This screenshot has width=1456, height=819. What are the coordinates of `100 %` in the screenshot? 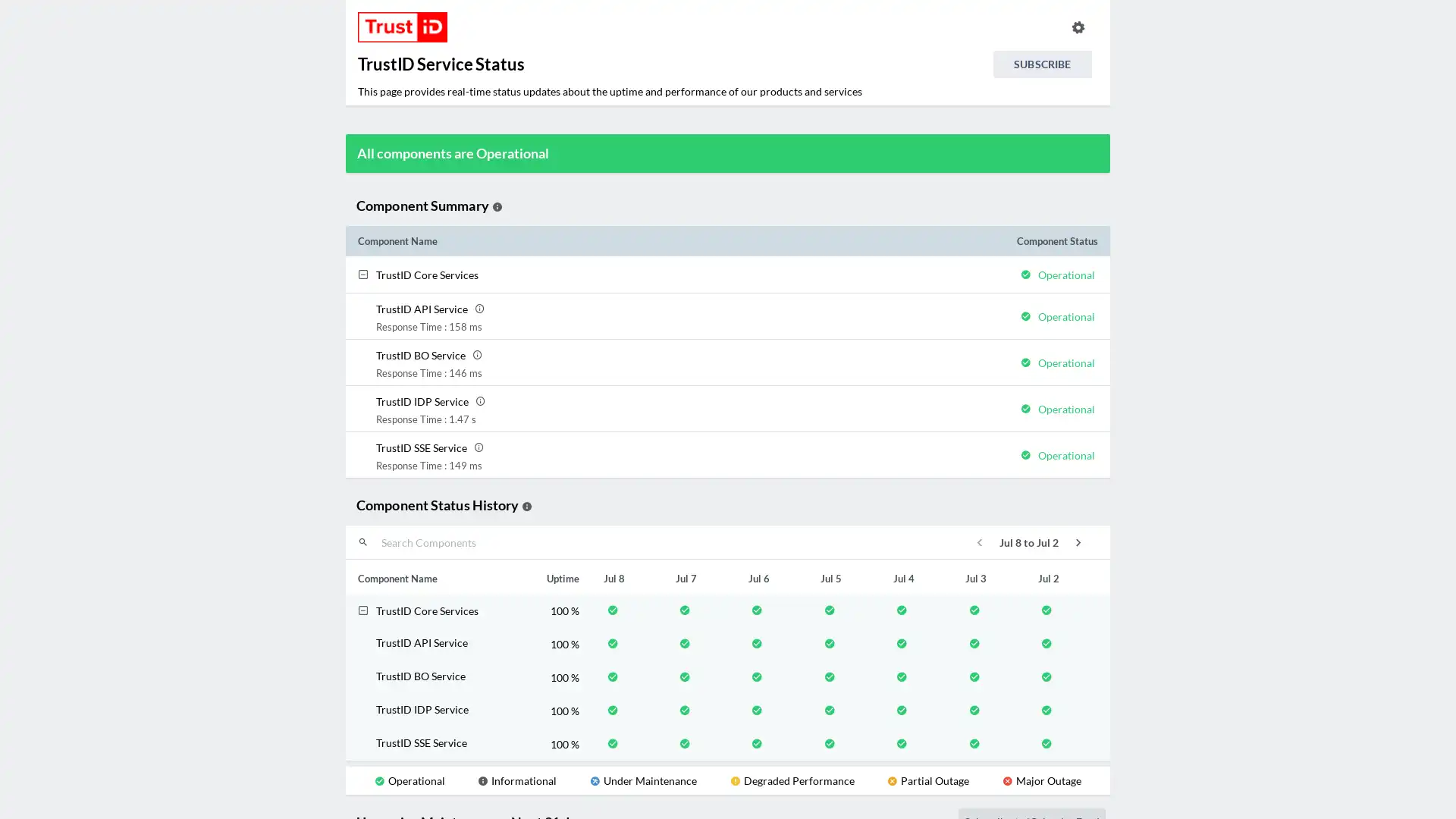 It's located at (563, 710).